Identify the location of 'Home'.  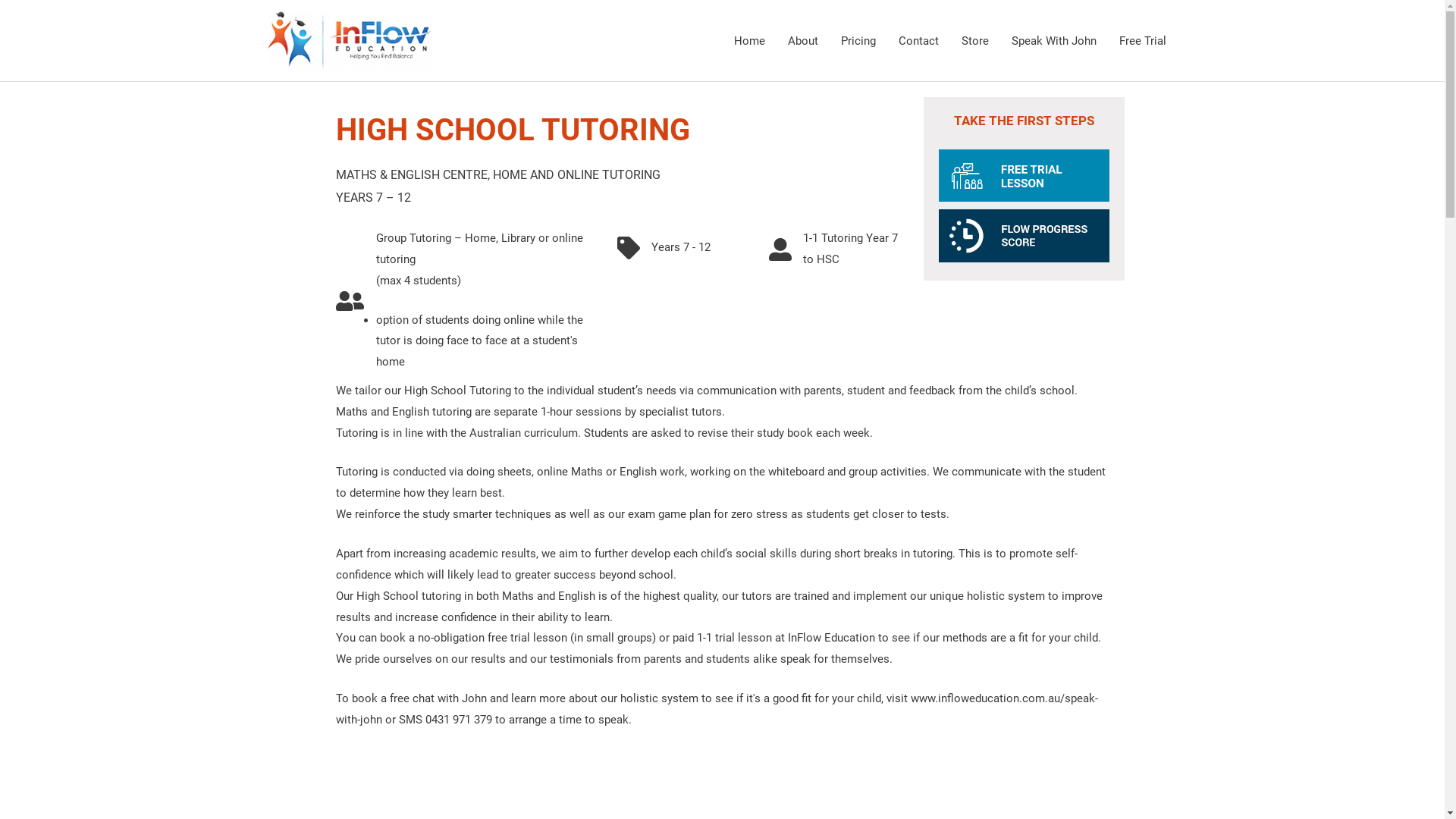
(720, 39).